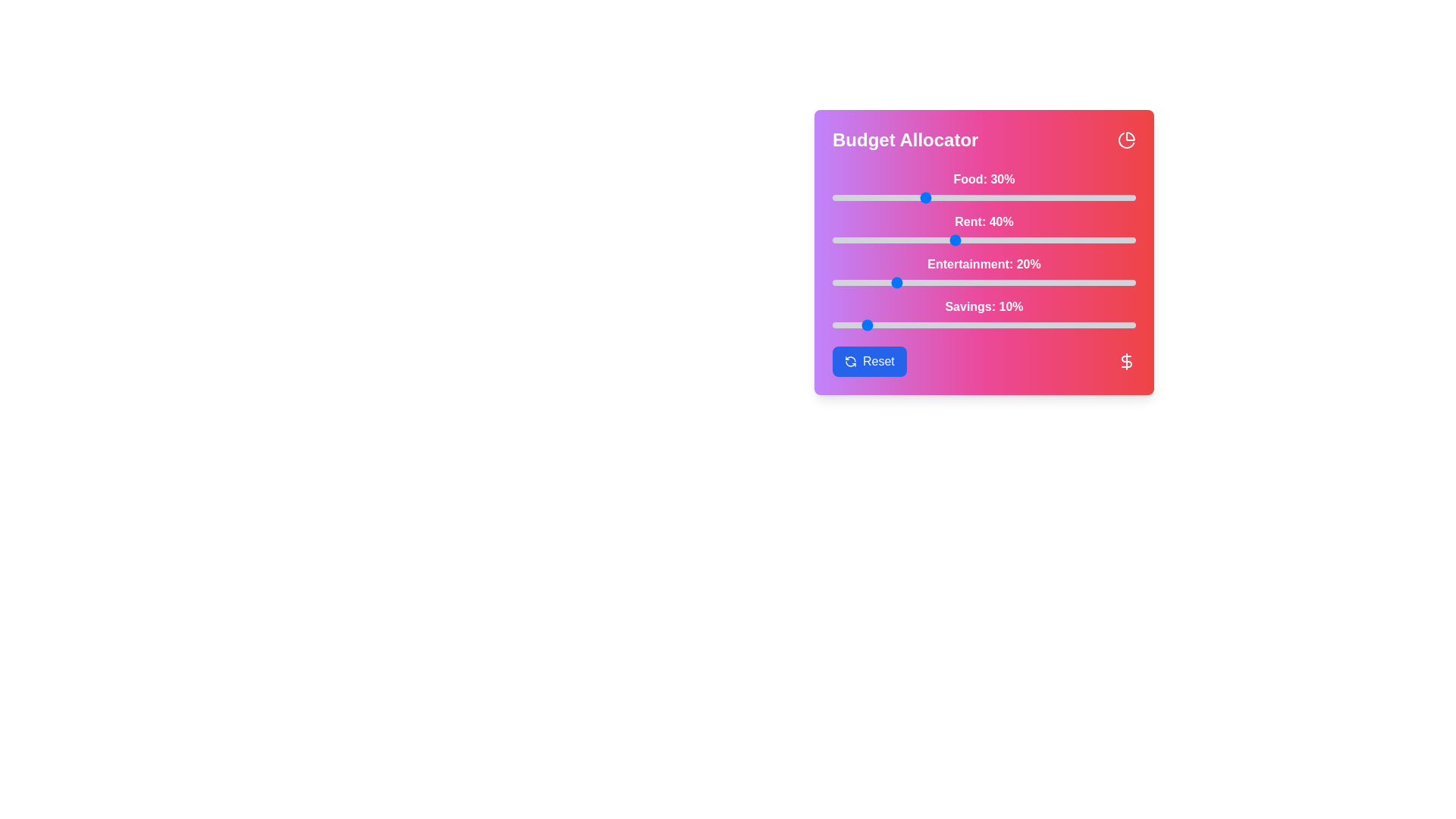 This screenshot has height=819, width=1456. What do you see at coordinates (854, 197) in the screenshot?
I see `the 'Food' budget slider` at bounding box center [854, 197].